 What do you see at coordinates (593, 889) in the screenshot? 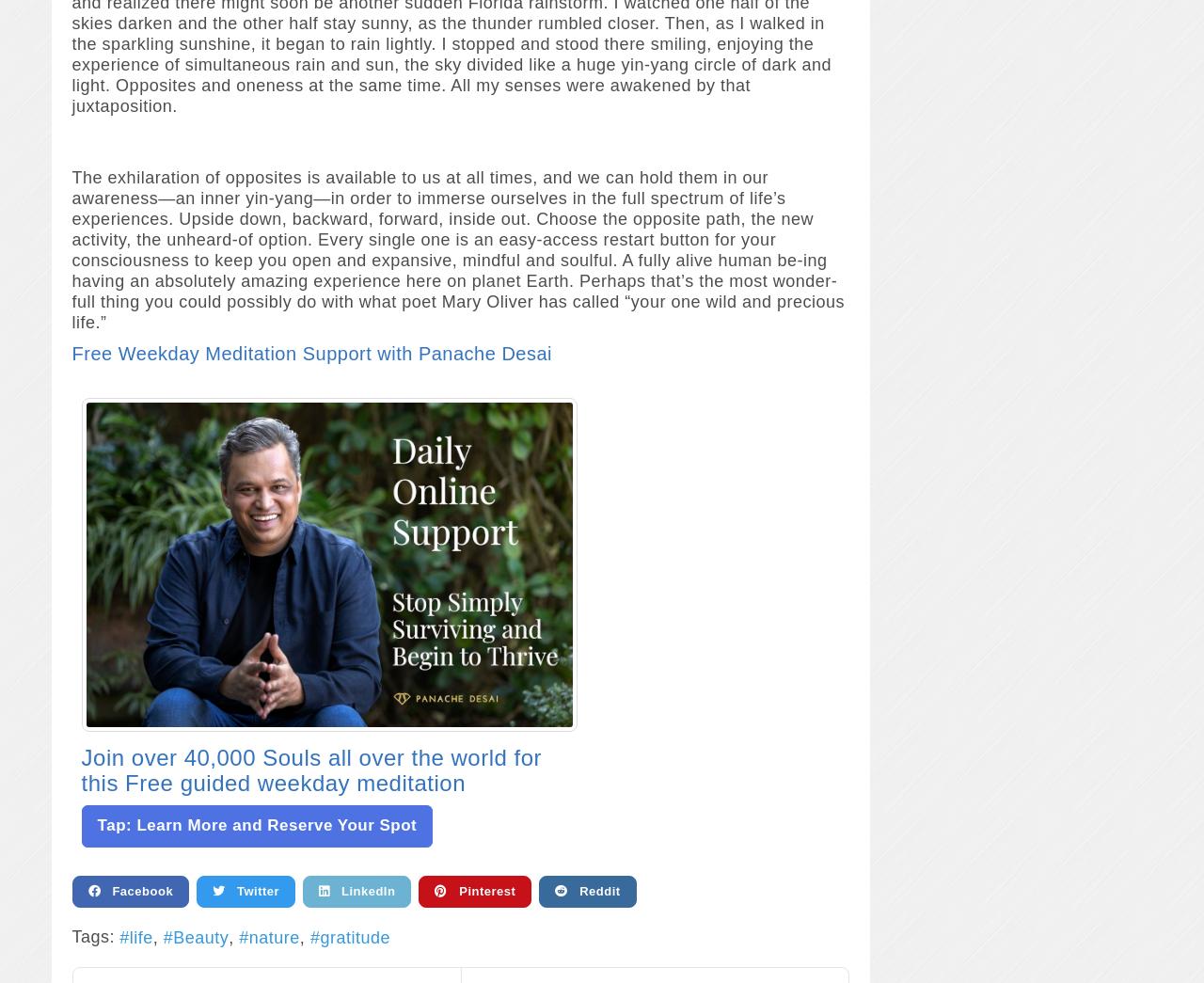
I see `'Reddit'` at bounding box center [593, 889].